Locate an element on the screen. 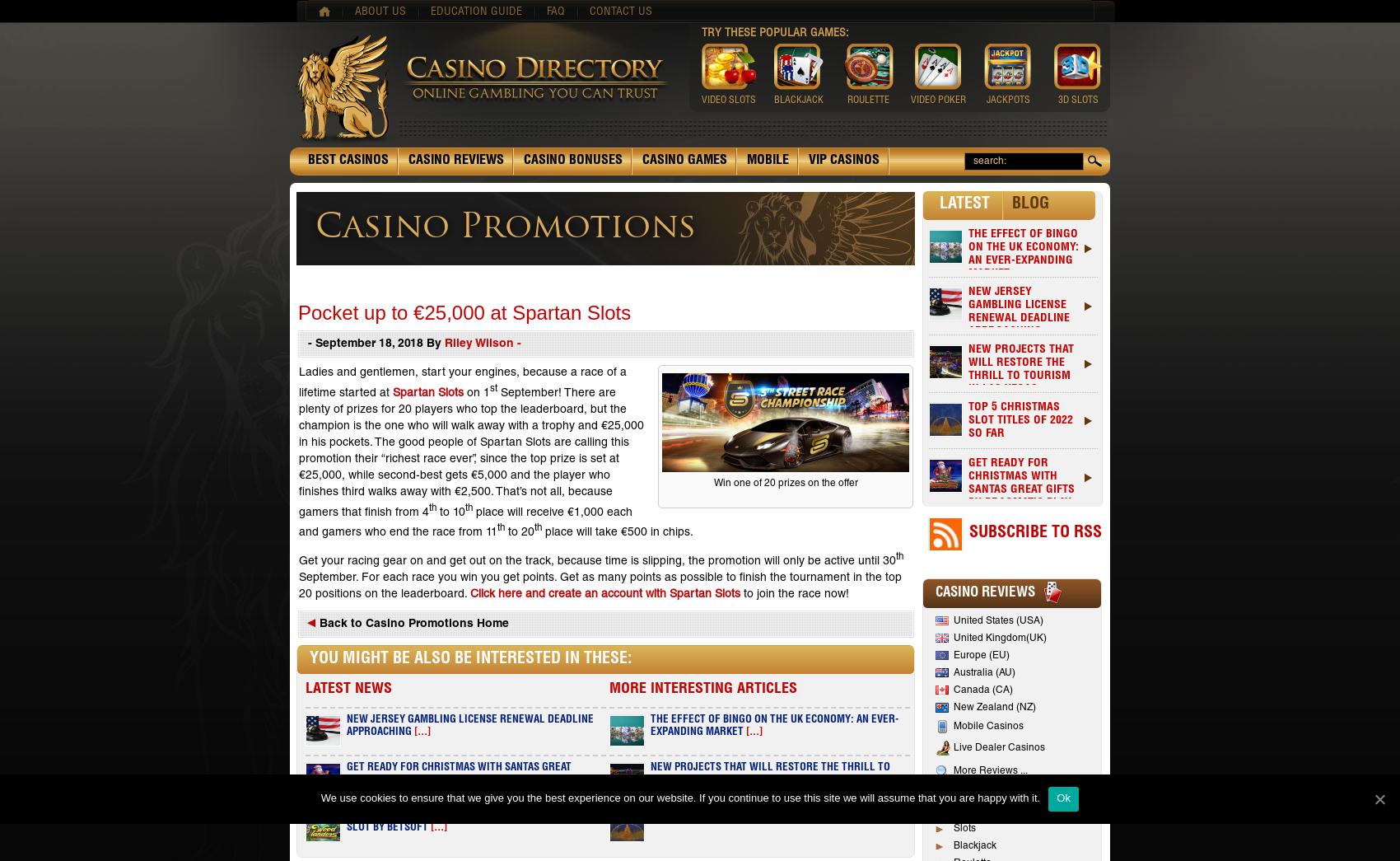 The height and width of the screenshot is (861, 1400). 'Ok' is located at coordinates (1063, 797).